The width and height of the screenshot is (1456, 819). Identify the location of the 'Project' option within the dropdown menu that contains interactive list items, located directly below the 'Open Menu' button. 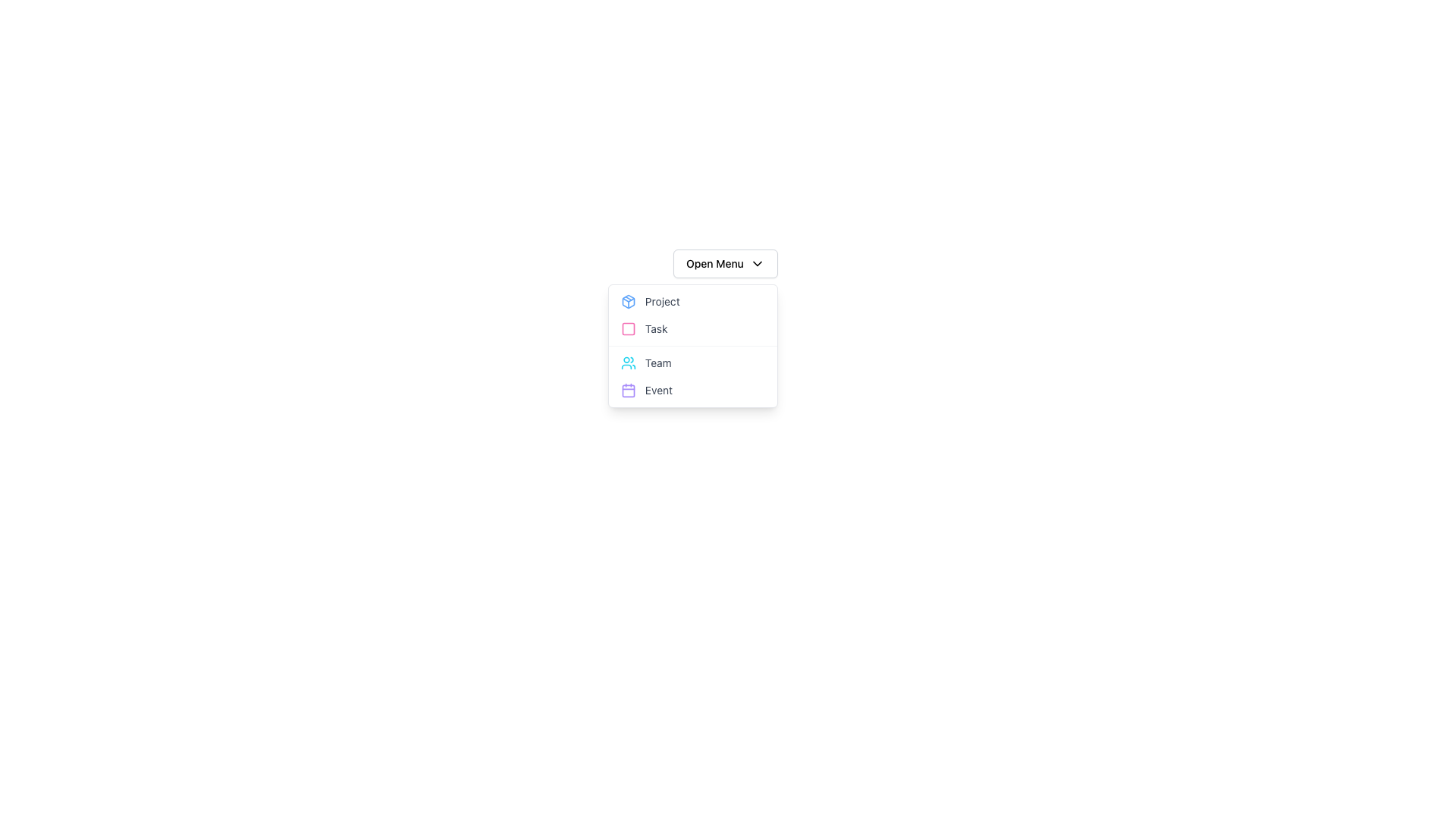
(692, 315).